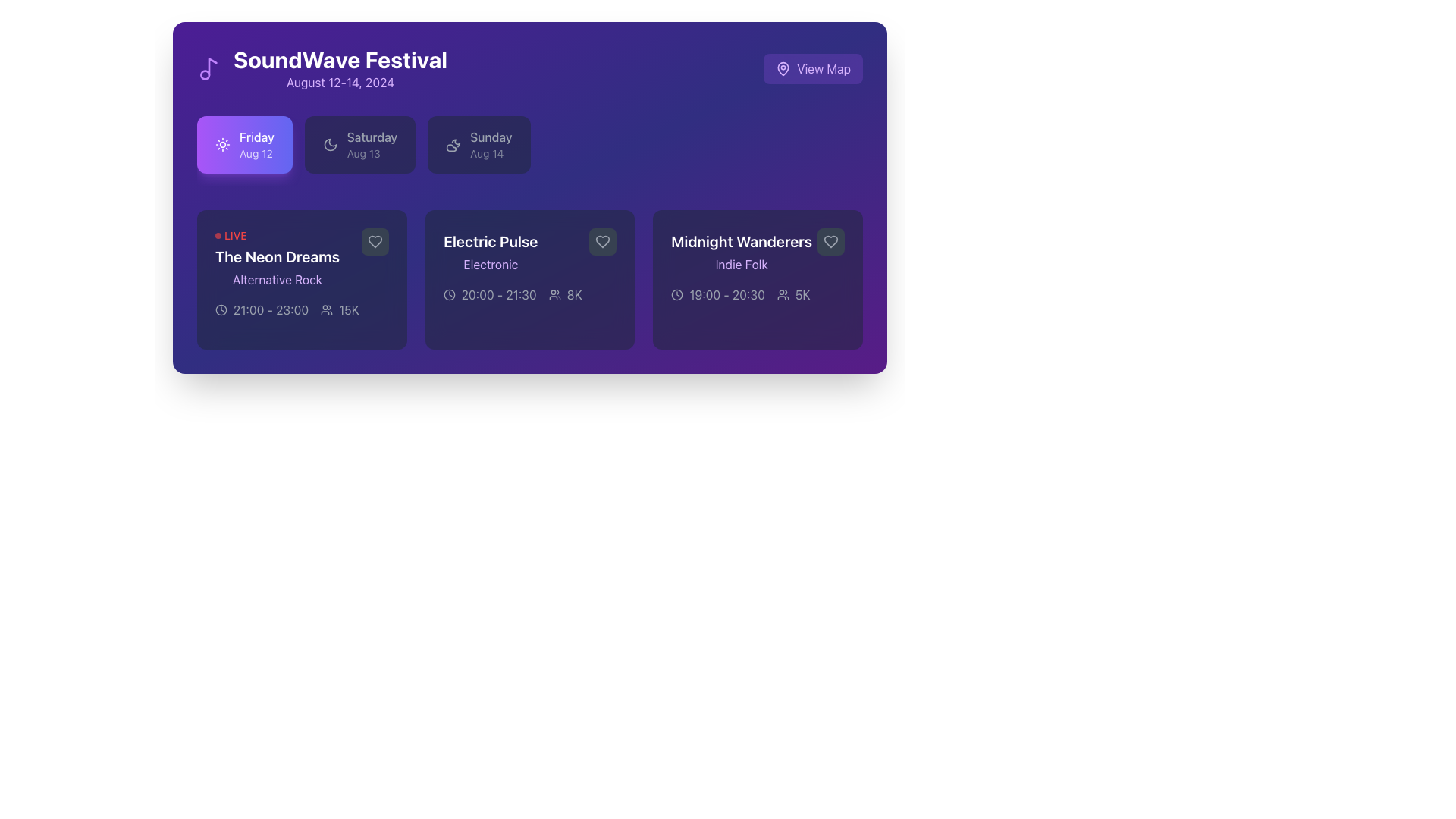 Image resolution: width=1456 pixels, height=819 pixels. What do you see at coordinates (453, 145) in the screenshot?
I see `the cloud and crescent moon icon located to the left of the 'Sunday' text within the card section labeled 'Sunday Aug 14'` at bounding box center [453, 145].